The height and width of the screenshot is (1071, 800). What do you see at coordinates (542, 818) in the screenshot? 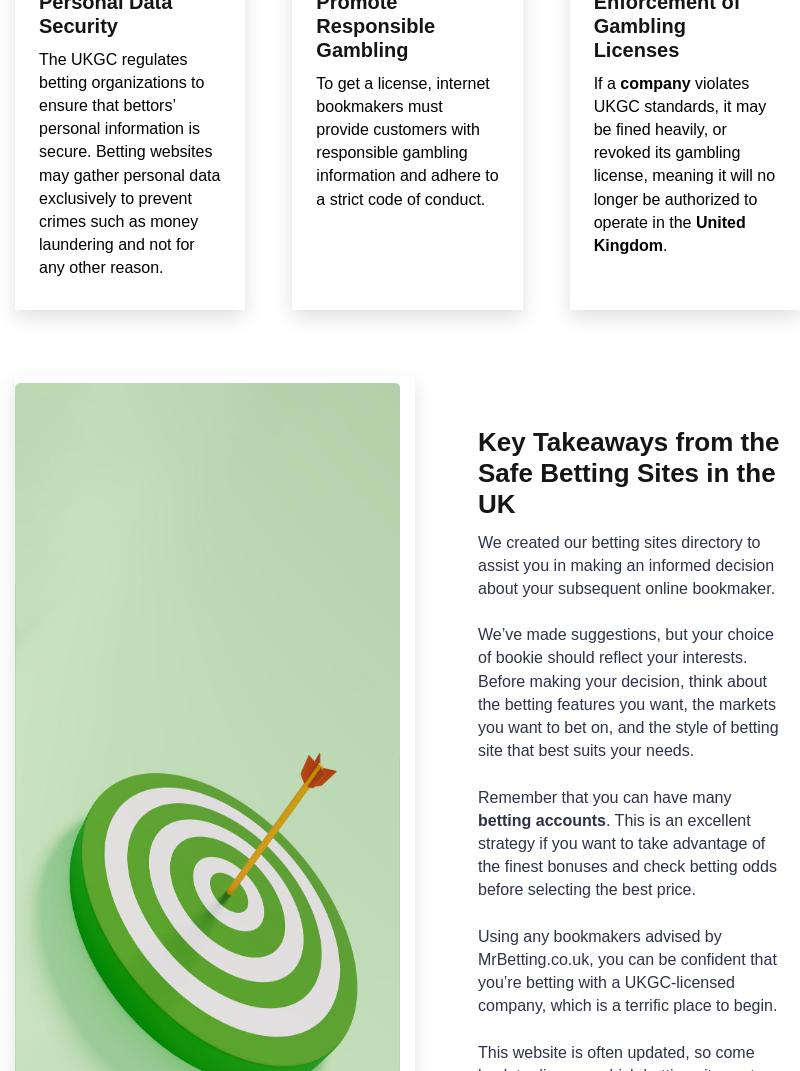
I see `'betting accounts'` at bounding box center [542, 818].